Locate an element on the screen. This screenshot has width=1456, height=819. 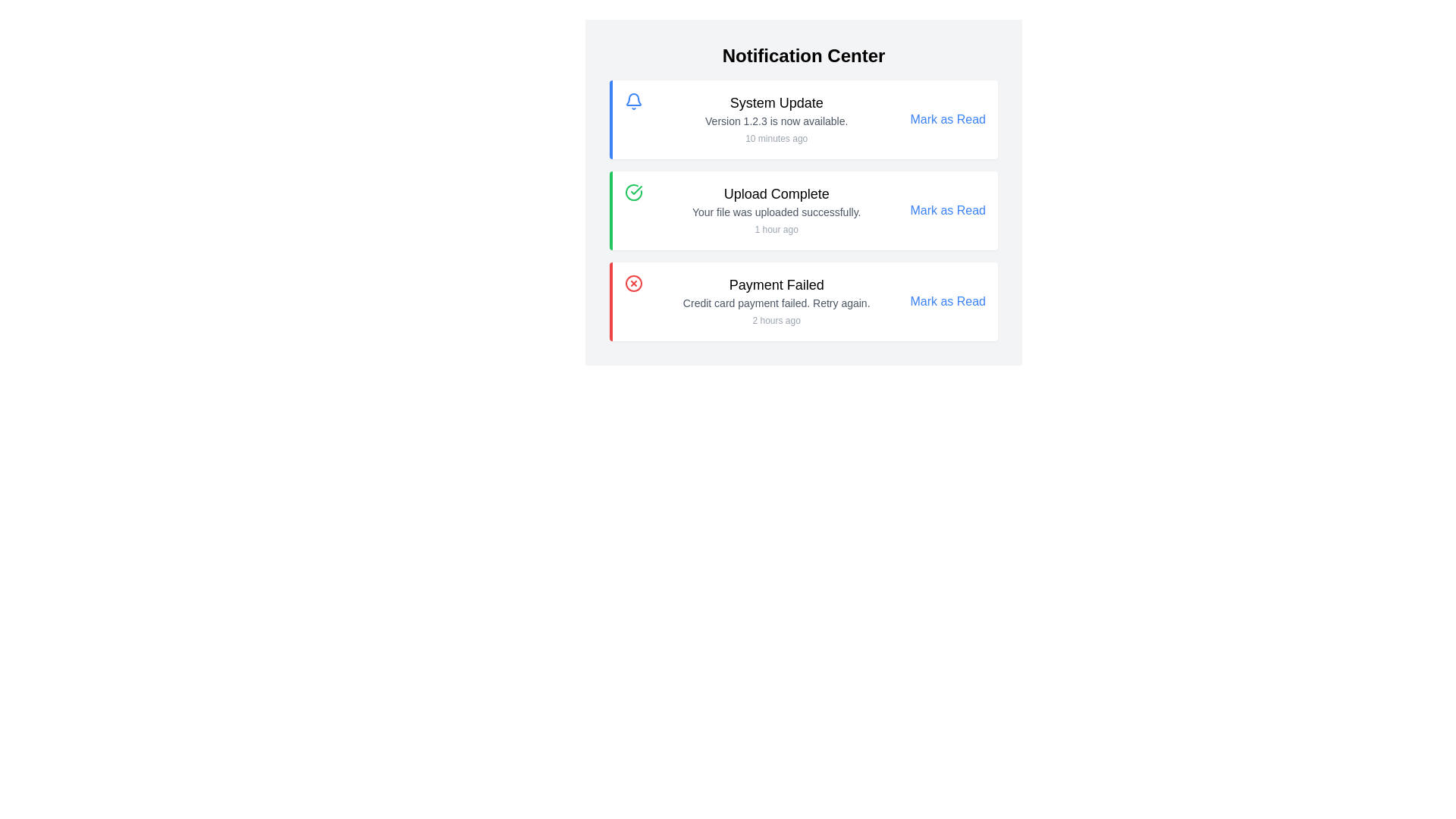
the timestamp text label in the notification card titled 'Upload Complete', which displays the relative time elapsed since the notification occurred is located at coordinates (777, 230).